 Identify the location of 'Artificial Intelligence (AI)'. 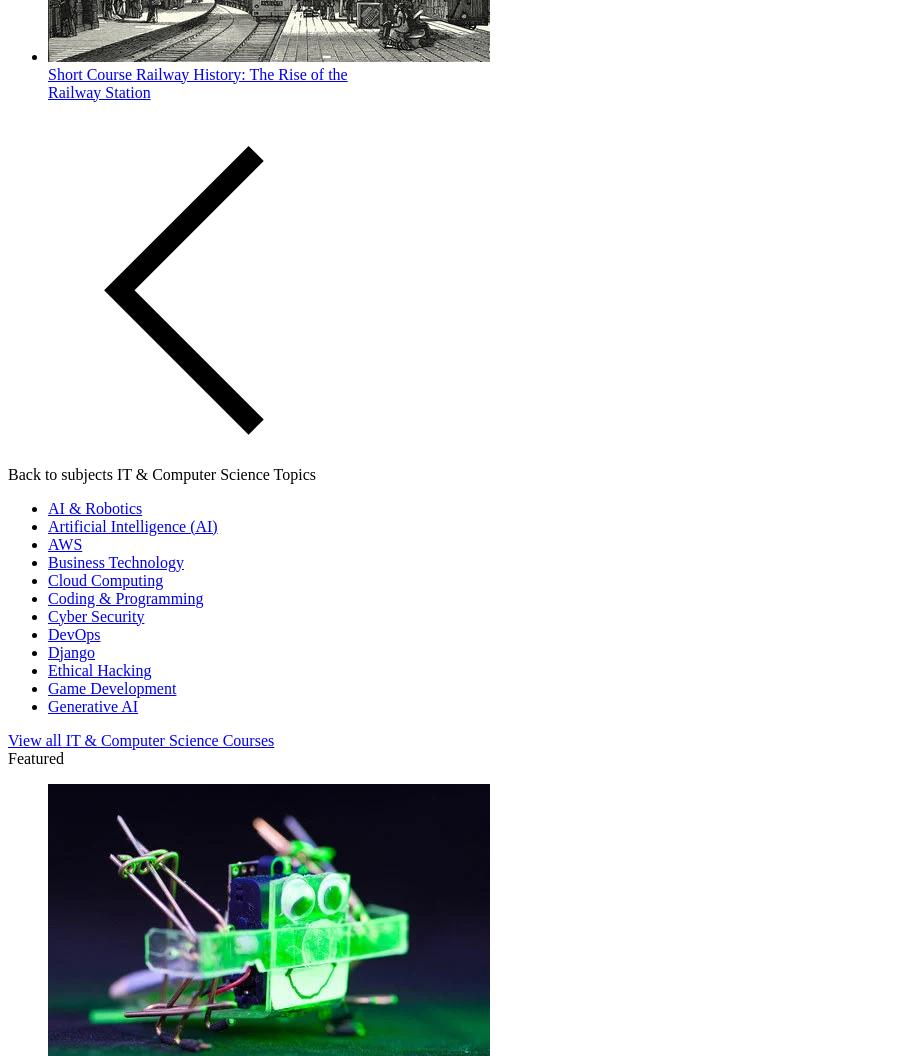
(132, 524).